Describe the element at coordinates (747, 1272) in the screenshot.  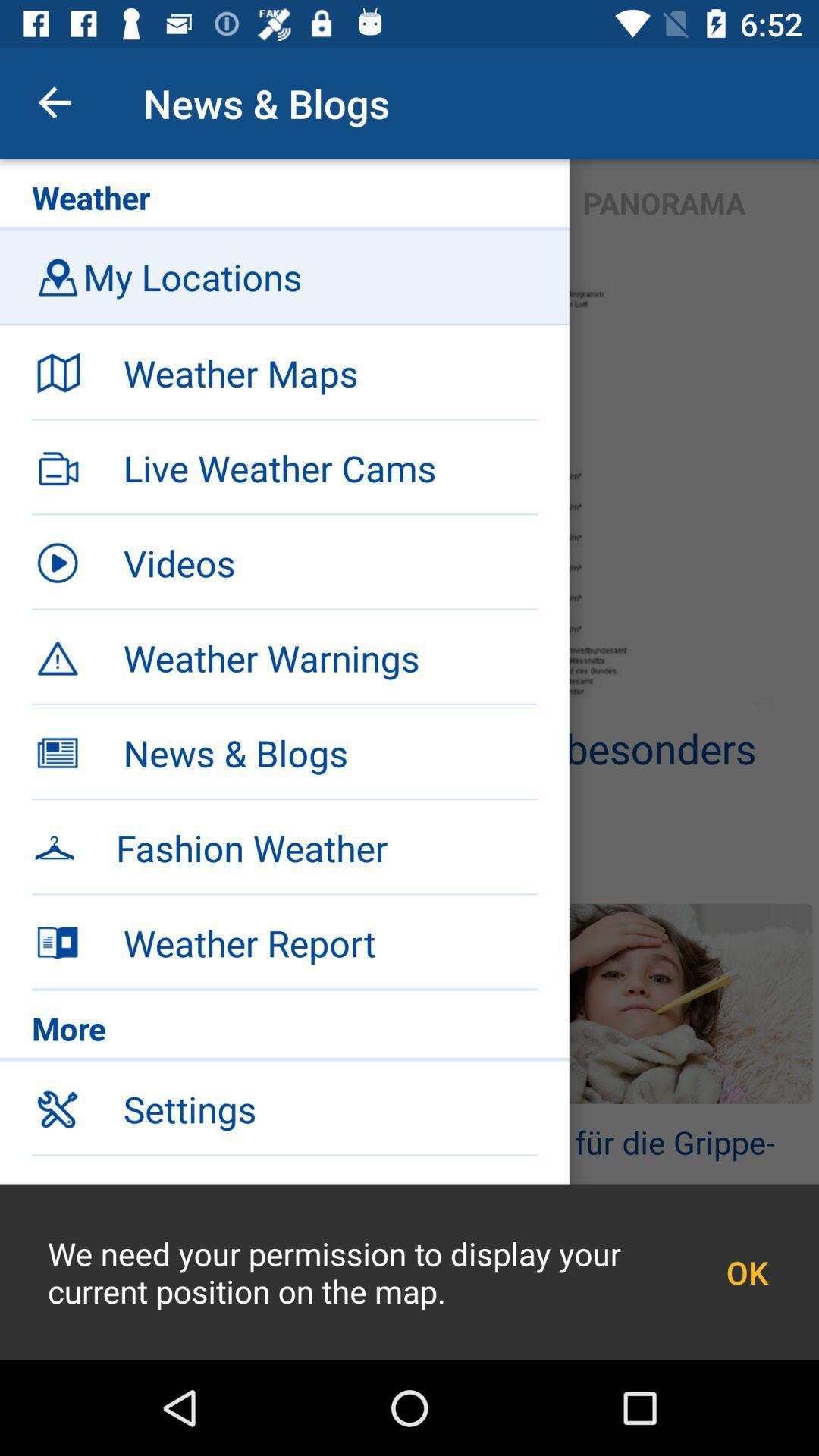
I see `ok` at that location.